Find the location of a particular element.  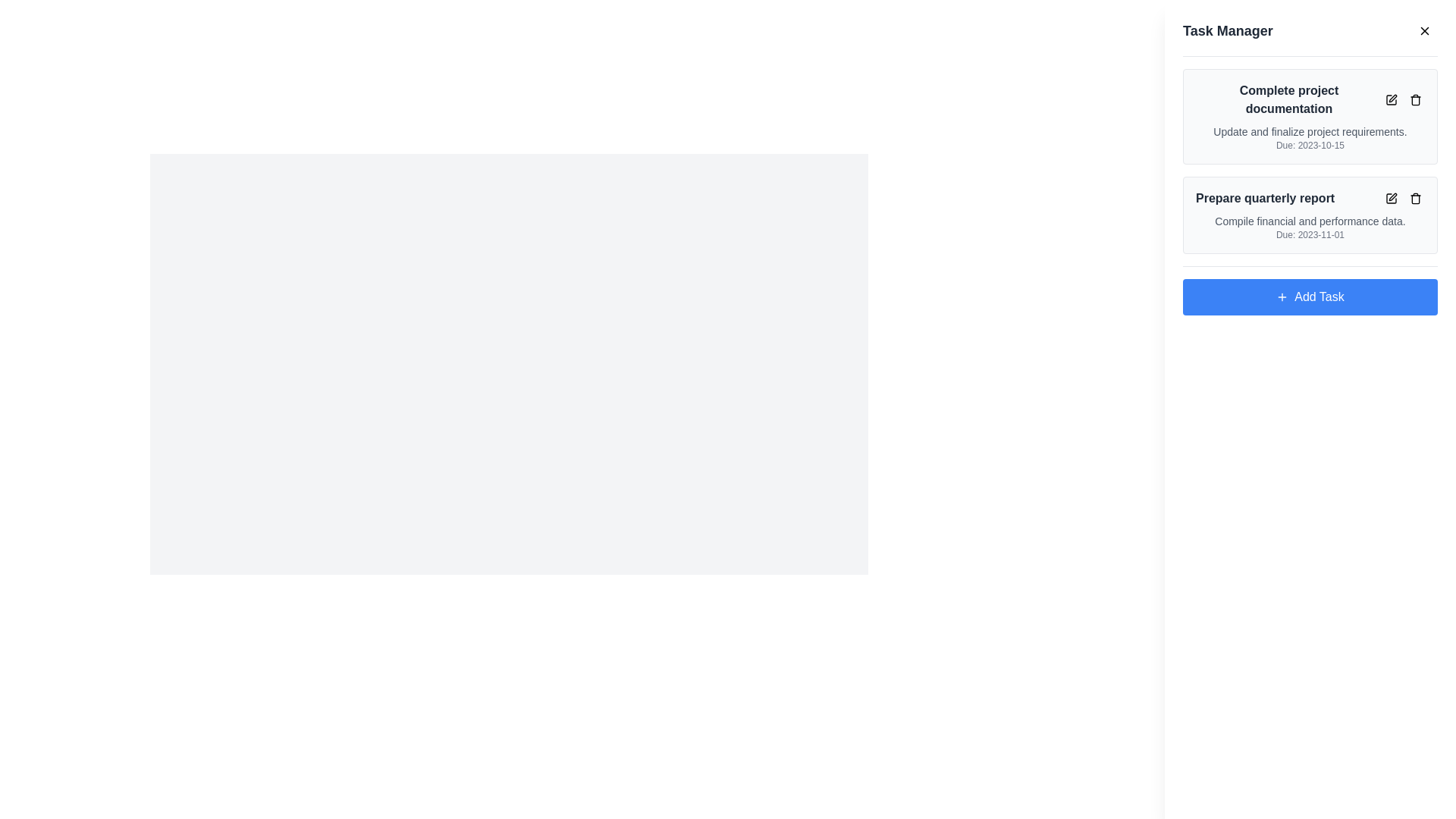

the text label displaying the due date for the task 'Prepare quarterly report', located at the bottom of the card in the Task Manager section is located at coordinates (1310, 234).